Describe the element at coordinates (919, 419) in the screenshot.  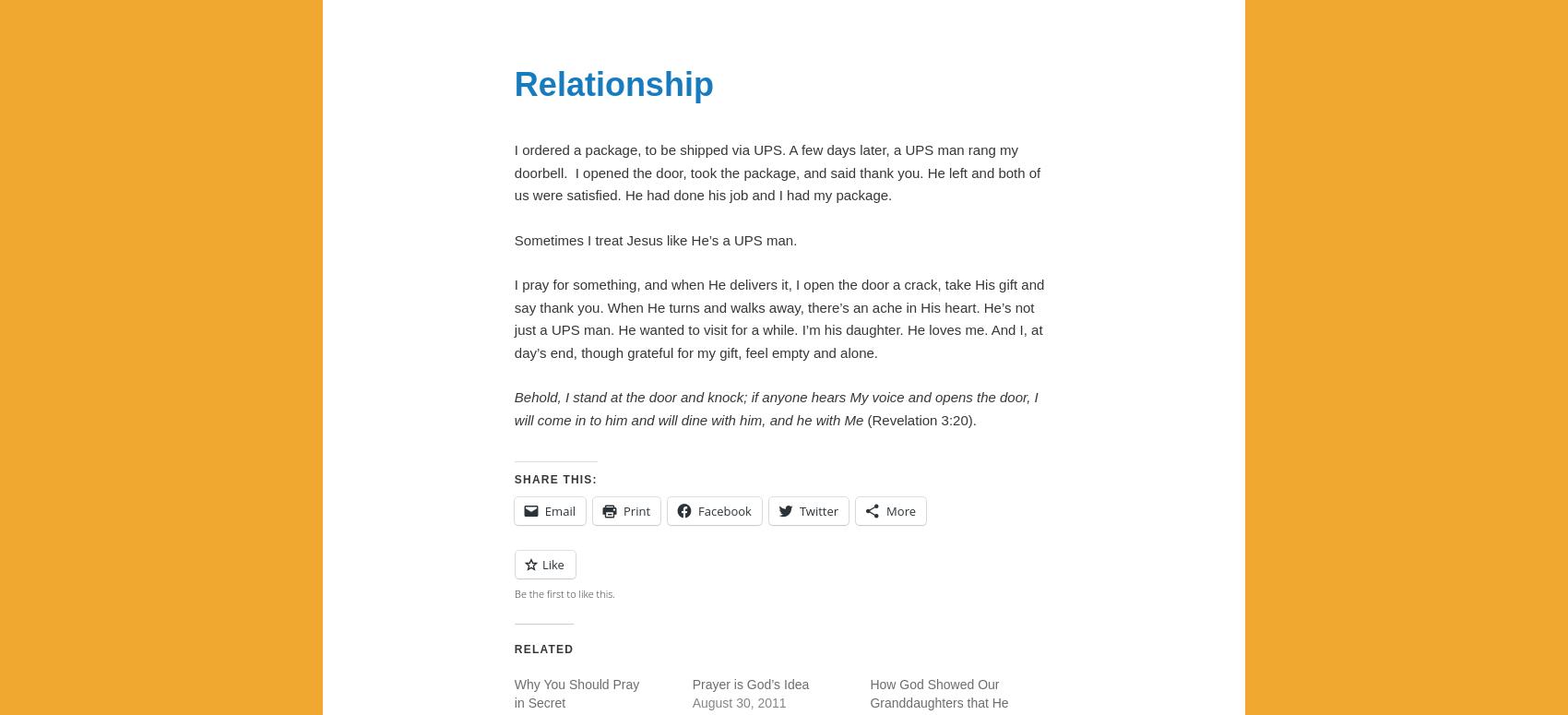
I see `'(Revelation 3:20).'` at that location.